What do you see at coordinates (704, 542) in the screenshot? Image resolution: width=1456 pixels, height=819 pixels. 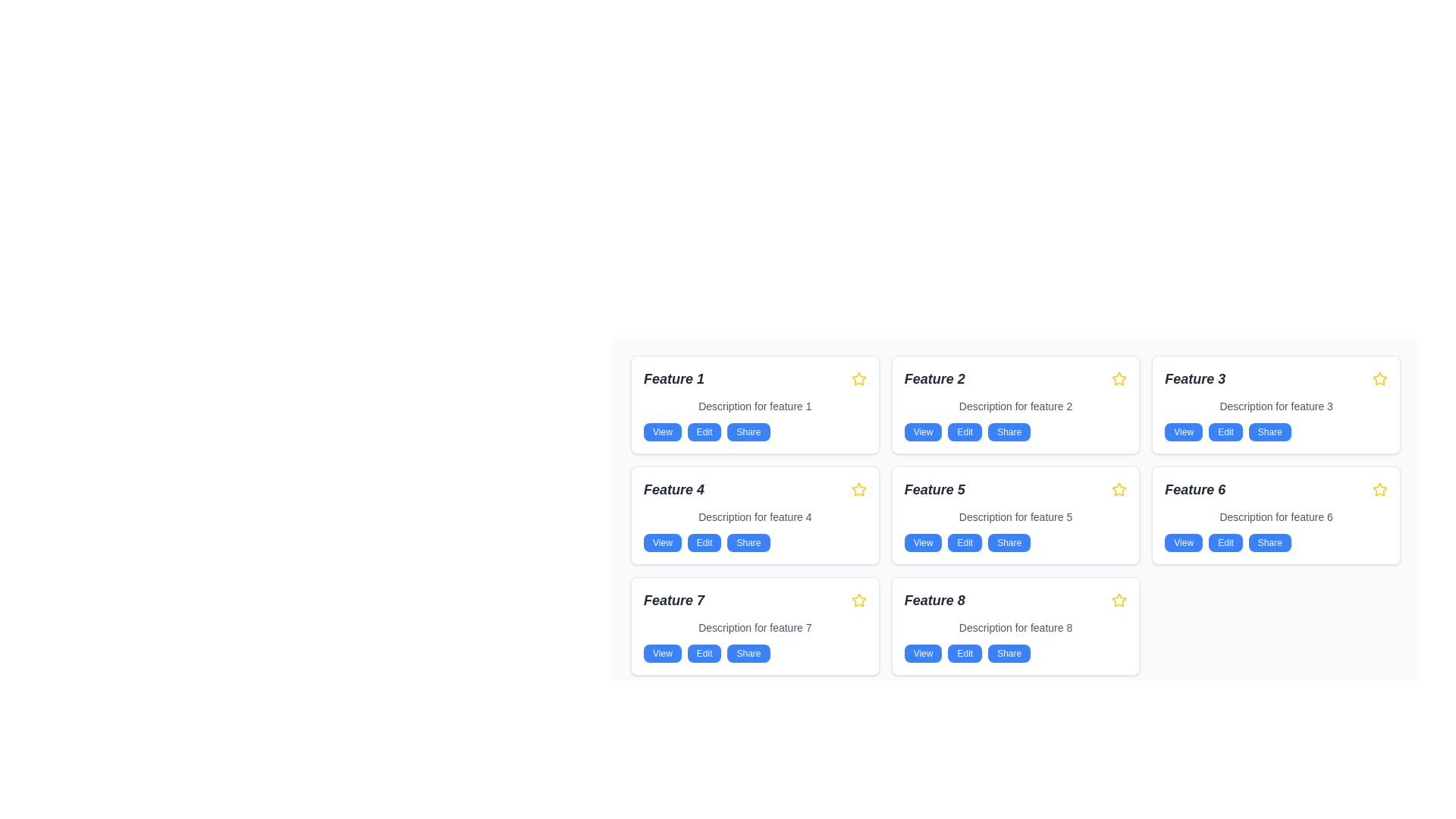 I see `the blue 'Edit' button with rounded edges to observe the hover effect` at bounding box center [704, 542].